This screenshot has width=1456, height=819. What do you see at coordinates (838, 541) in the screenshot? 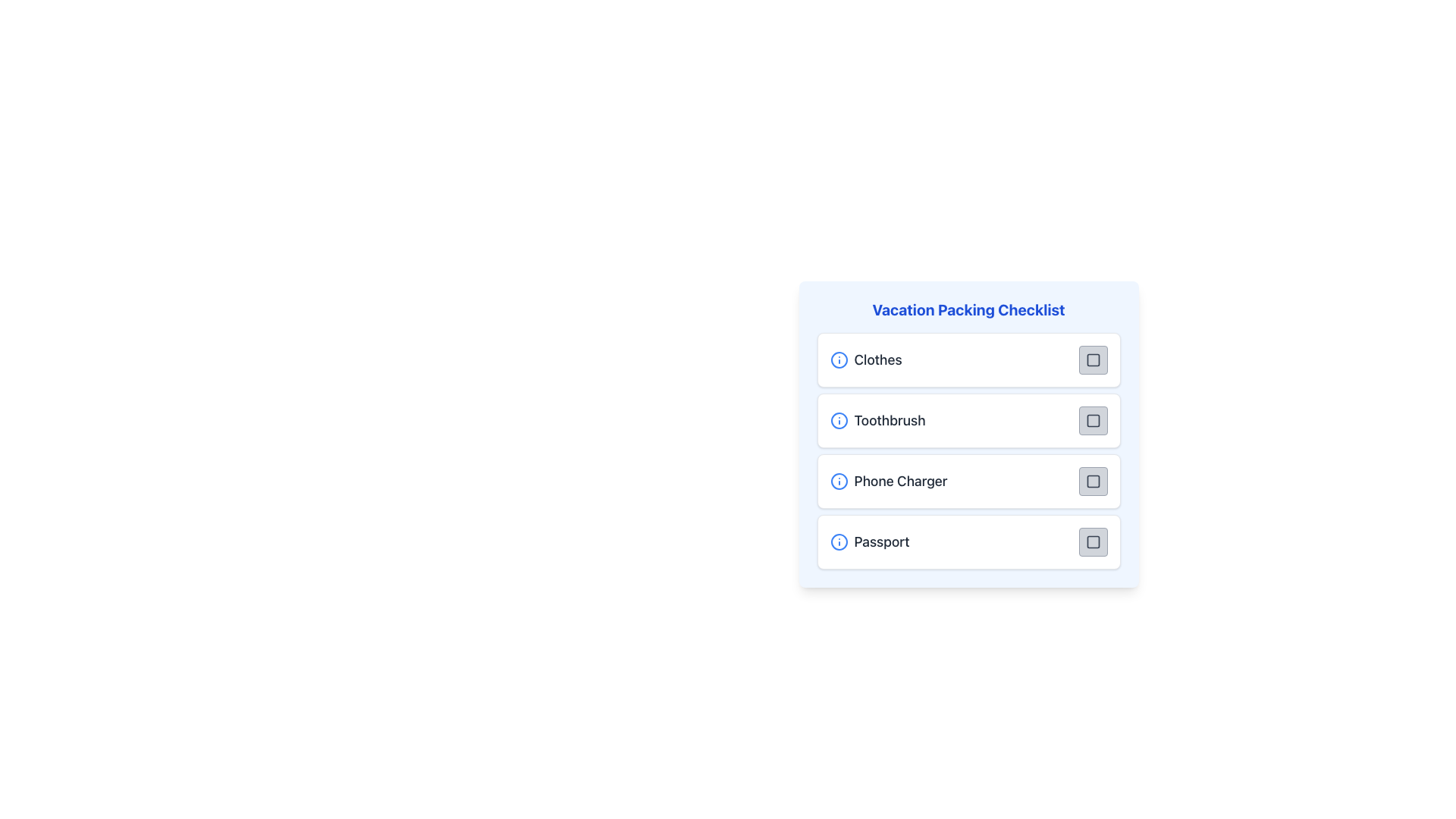
I see `the Circular SVG element with a blue border and red fill located in the 'Passport' row of the checklist interface for its contextual meaning` at bounding box center [838, 541].